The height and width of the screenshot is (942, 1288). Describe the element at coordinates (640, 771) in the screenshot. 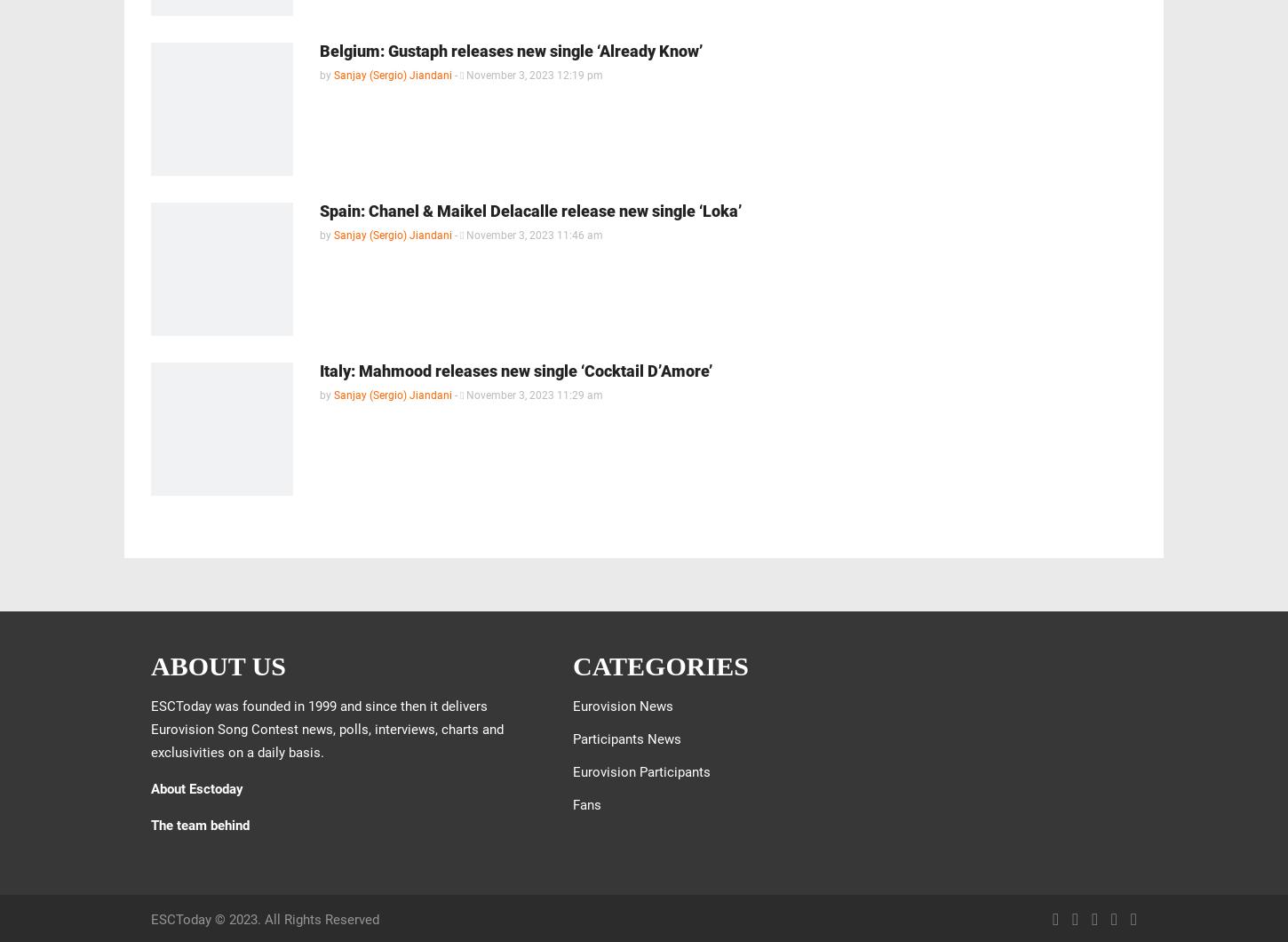

I see `'Eurovision Participants'` at that location.